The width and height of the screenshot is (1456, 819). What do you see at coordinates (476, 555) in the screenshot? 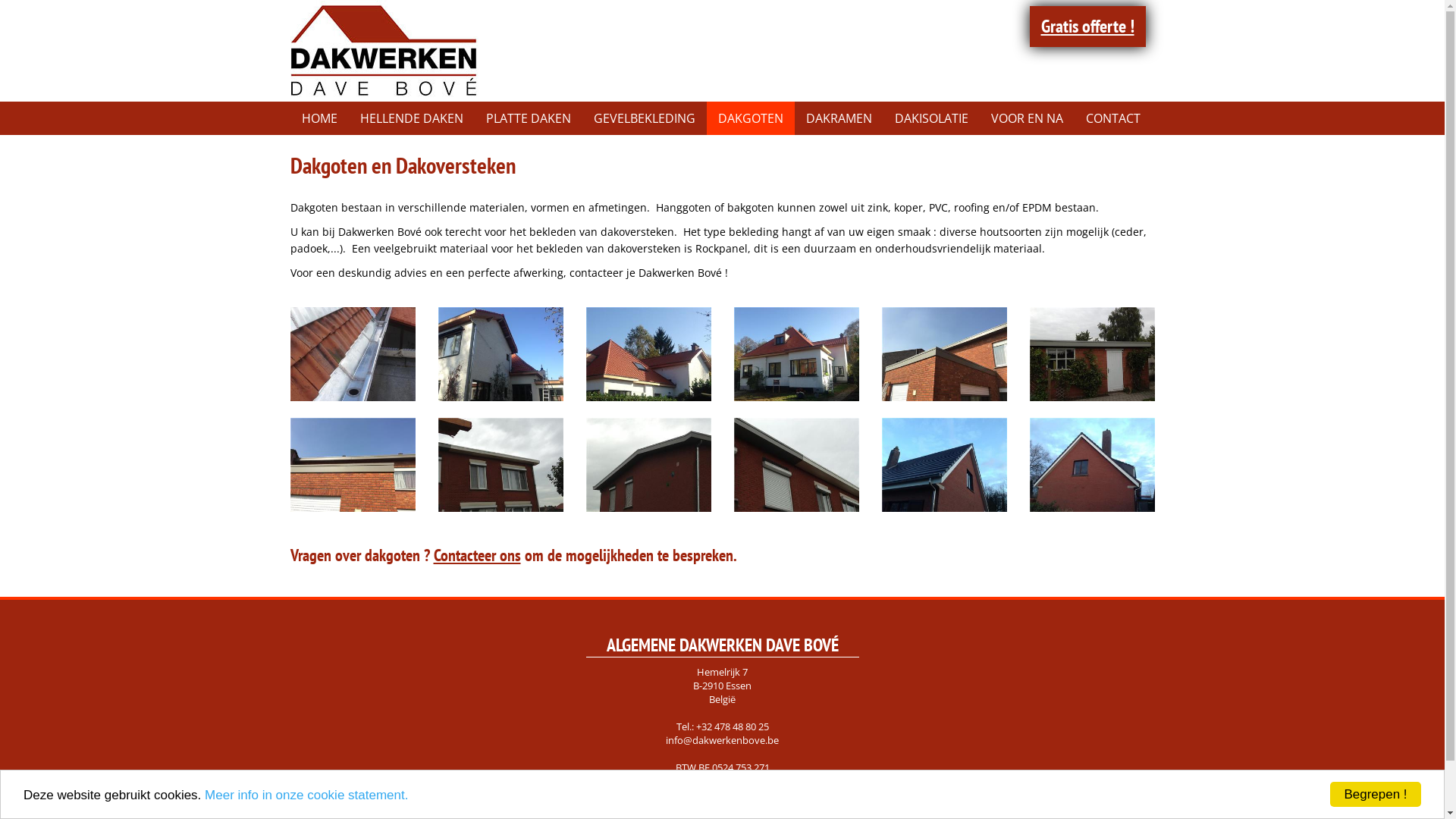
I see `'Contacteer ons'` at bounding box center [476, 555].